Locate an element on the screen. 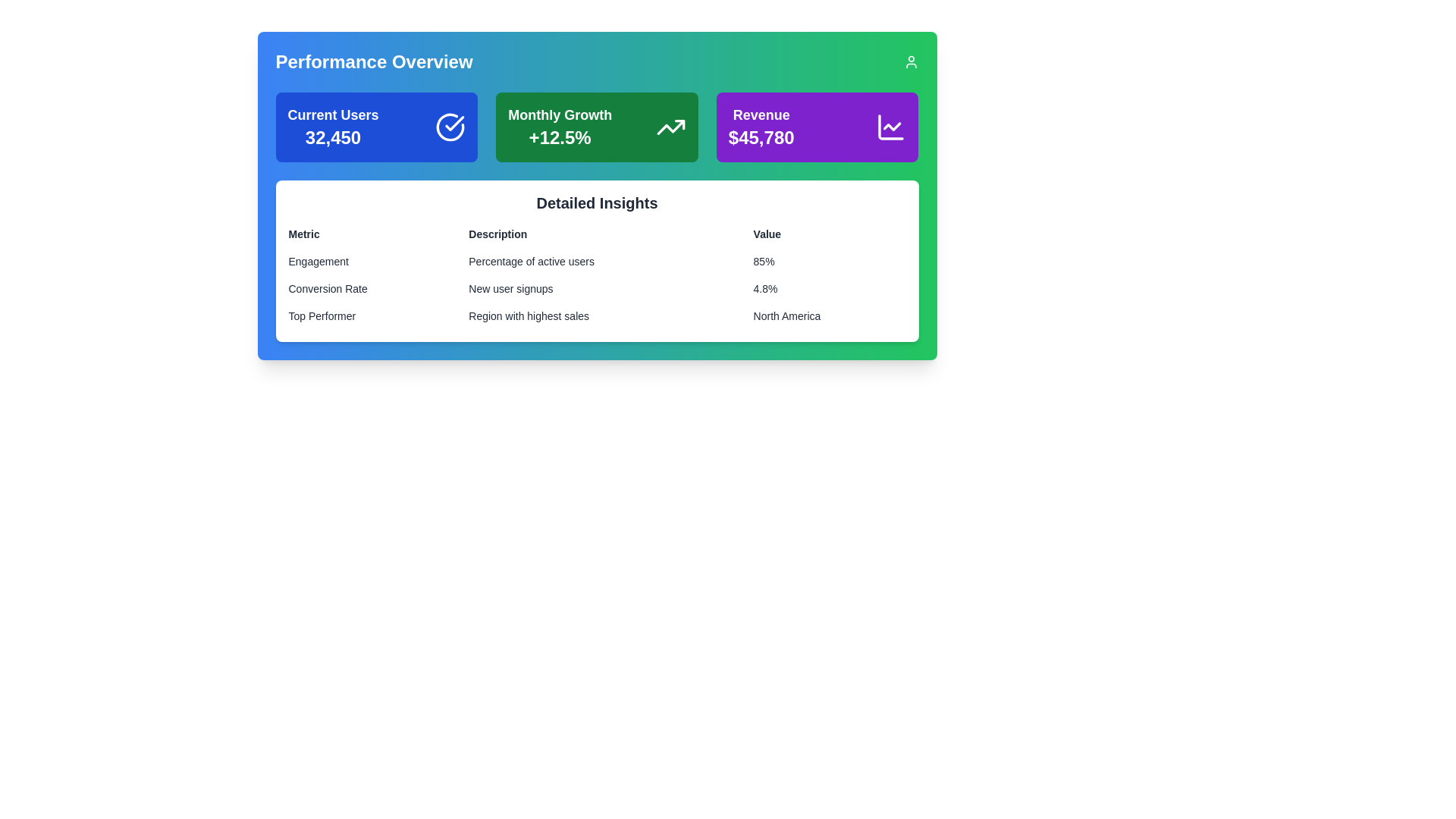 This screenshot has height=819, width=1456. the text label displaying 'Description' for accessibility purposes is located at coordinates (610, 237).